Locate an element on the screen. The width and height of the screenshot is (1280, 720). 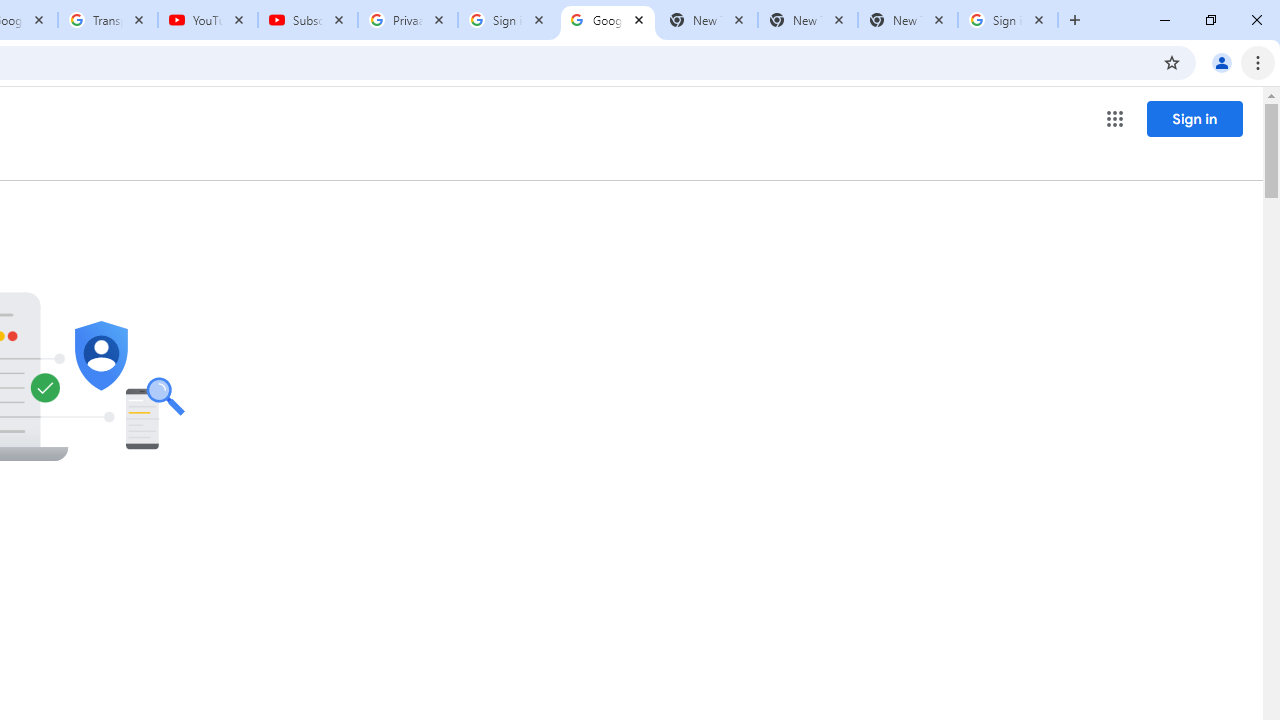
'Subscriptions - YouTube' is located at coordinates (307, 20).